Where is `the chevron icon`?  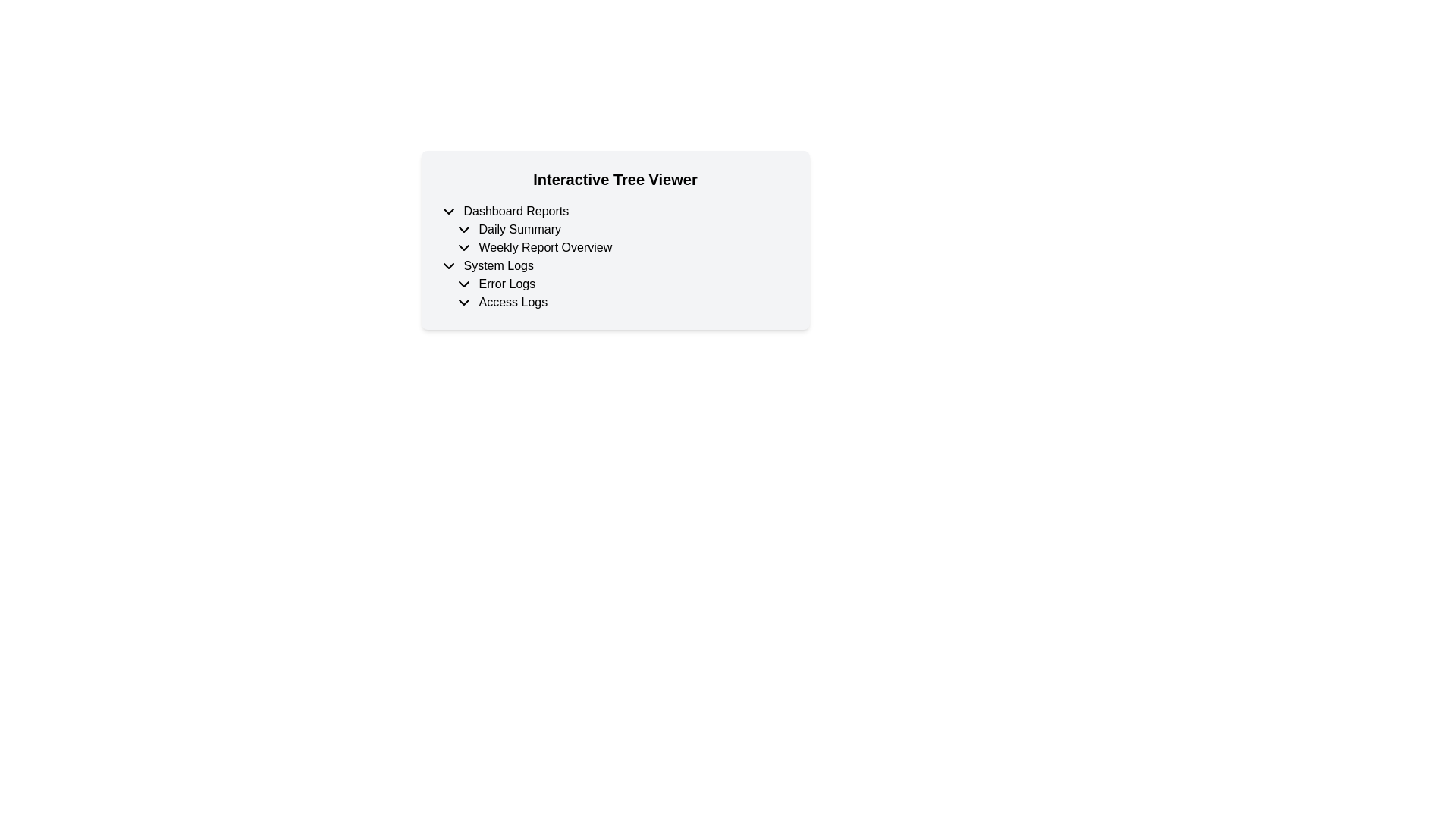
the chevron icon is located at coordinates (447, 211).